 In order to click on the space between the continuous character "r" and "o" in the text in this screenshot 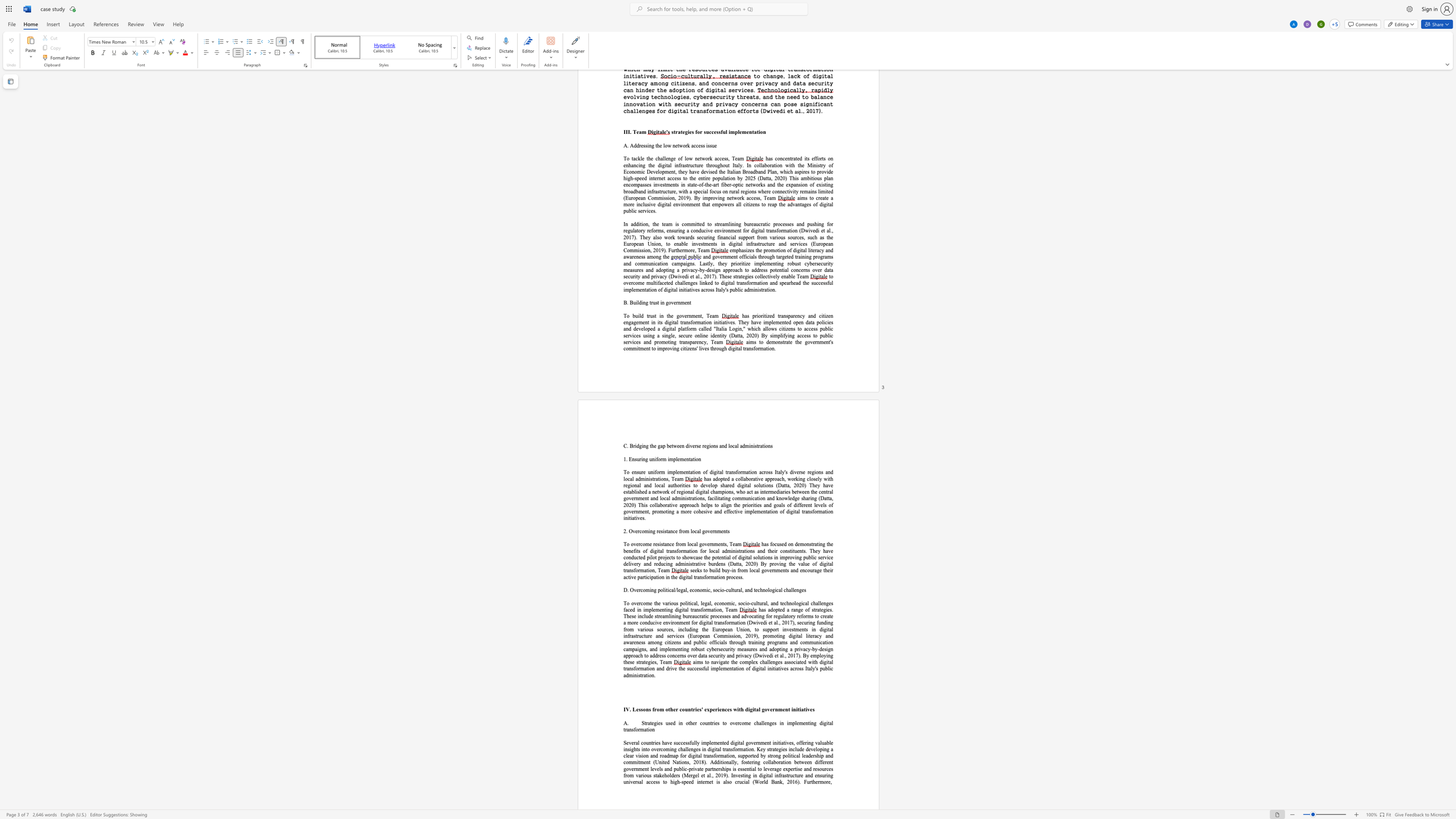, I will do `click(627, 775)`.